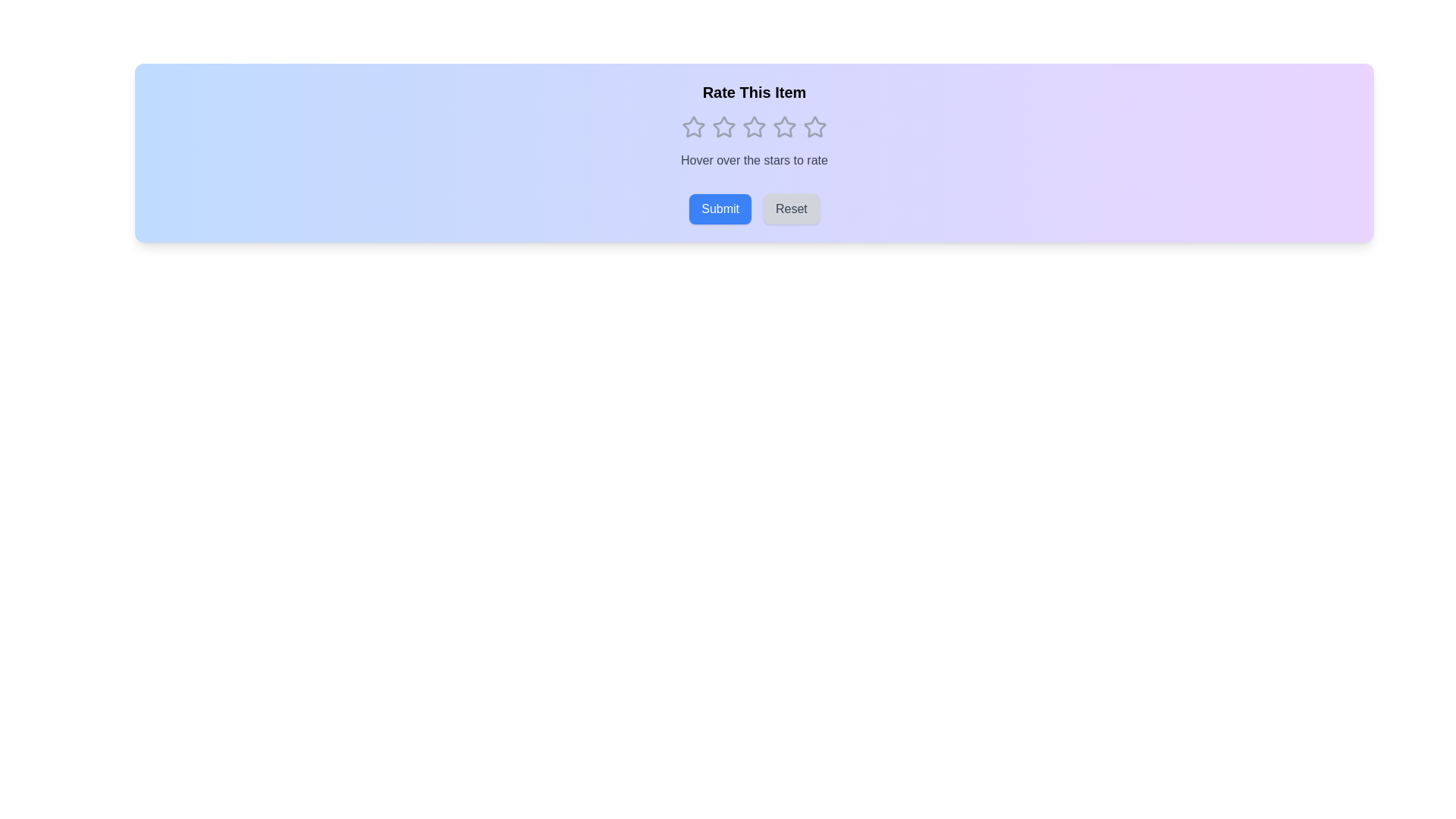  What do you see at coordinates (814, 126) in the screenshot?
I see `the fifth star-shaped vector icon, which is part of a horizontal row of five stars in a rating system` at bounding box center [814, 126].